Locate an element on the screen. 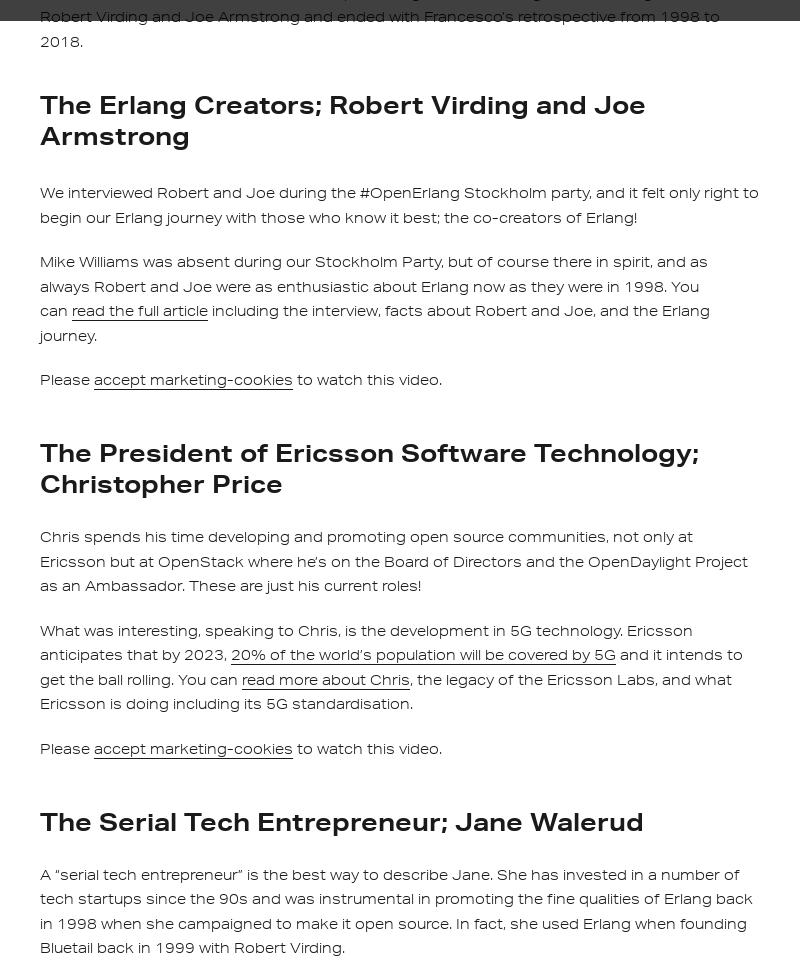 The height and width of the screenshot is (979, 800). 'A “serial tech entrepreneur” is the best way to describe Jane. She has invested in a number of tech startups since the 90s and was instrumental in promoting the fine qualities of Erlang back in 1998 when she campaigned to make it open source. In fact, she used Erlang when founding Bluetail back in 1999 with Robert Virding.' is located at coordinates (395, 909).